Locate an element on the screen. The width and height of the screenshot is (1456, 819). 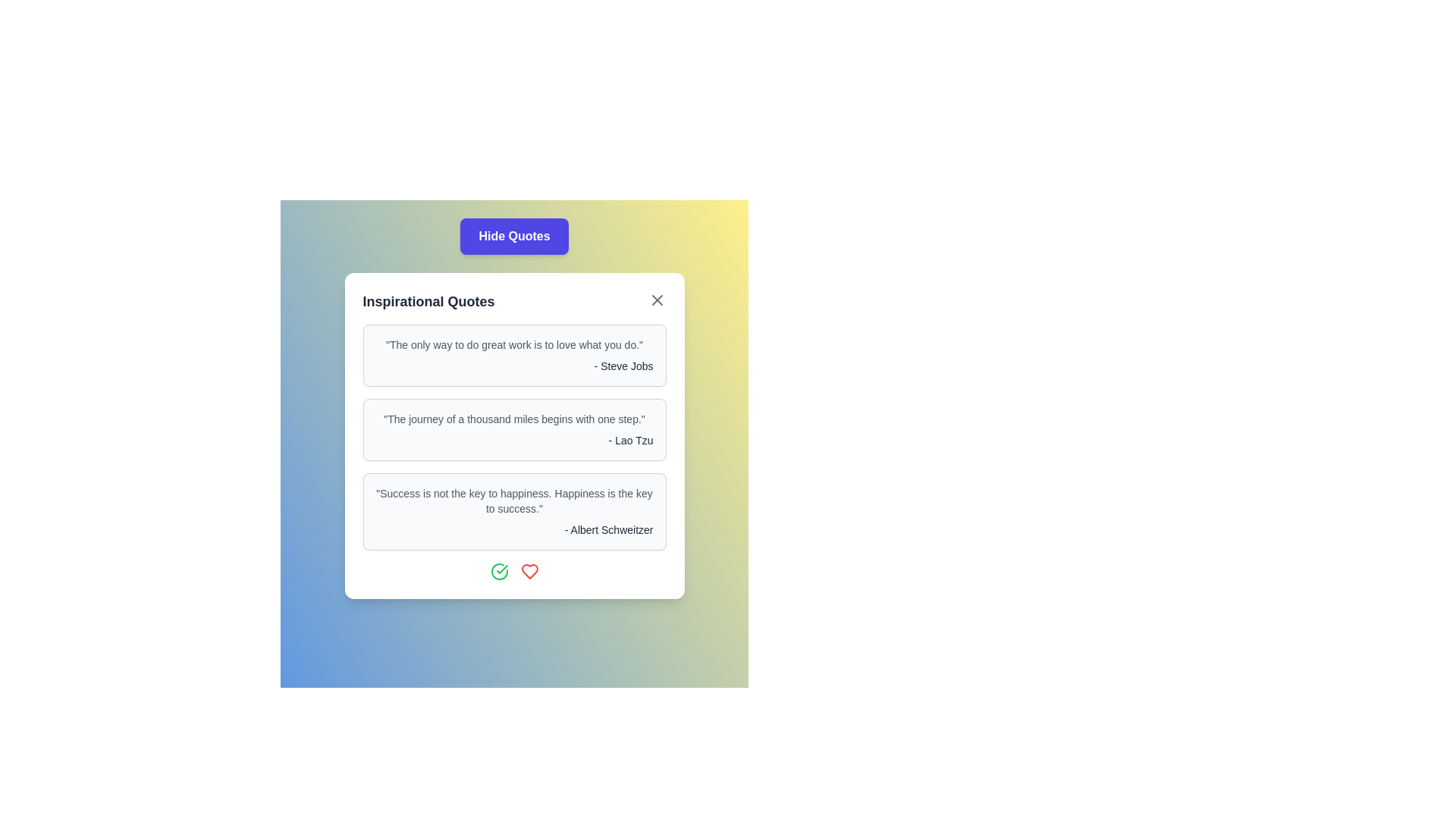
the small 'X' icon button in the top-right corner of the 'Inspirational Quotes' card to potentially reveal a tooltip is located at coordinates (657, 300).